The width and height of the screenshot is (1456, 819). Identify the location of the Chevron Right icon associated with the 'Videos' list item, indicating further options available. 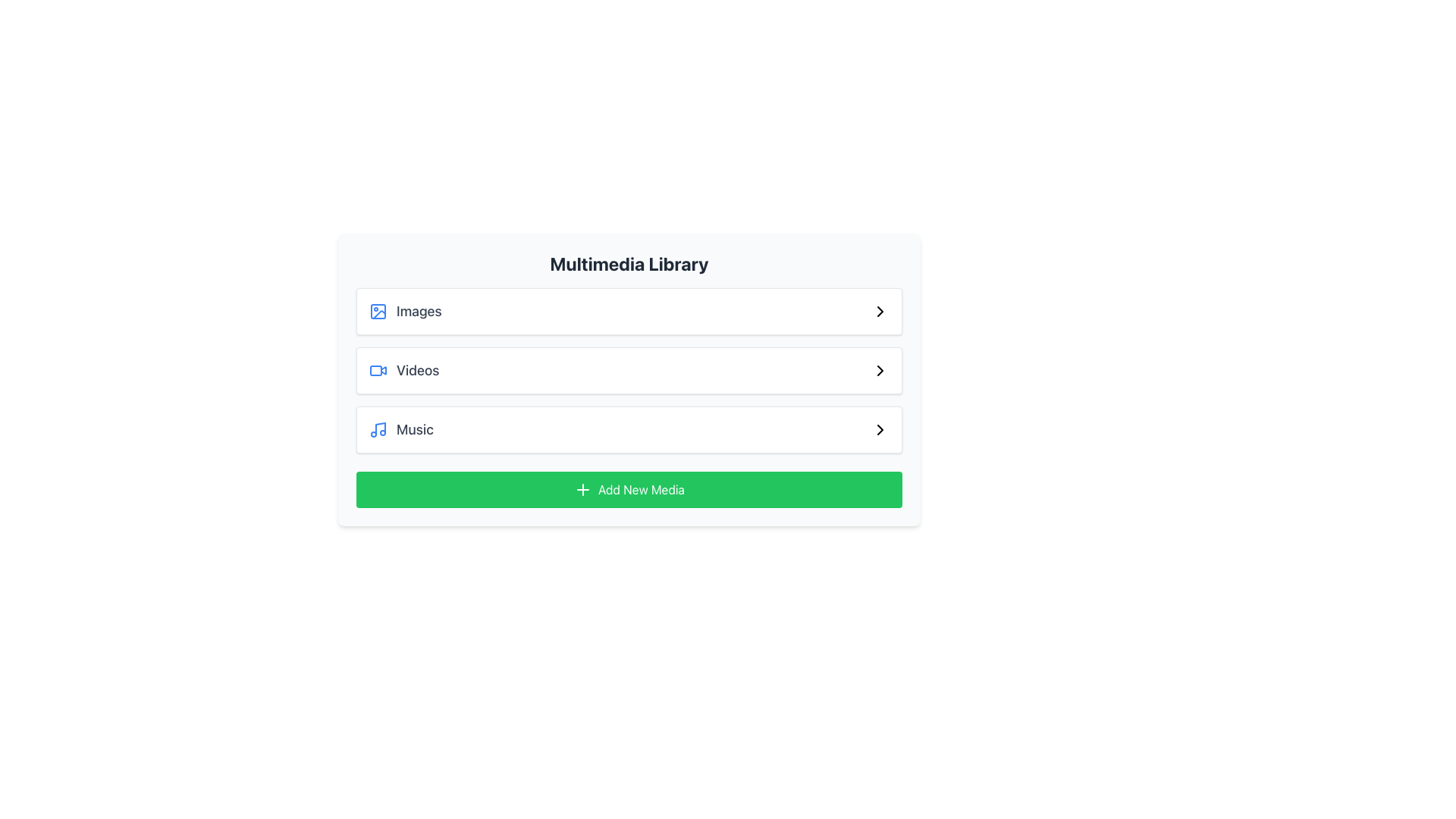
(880, 371).